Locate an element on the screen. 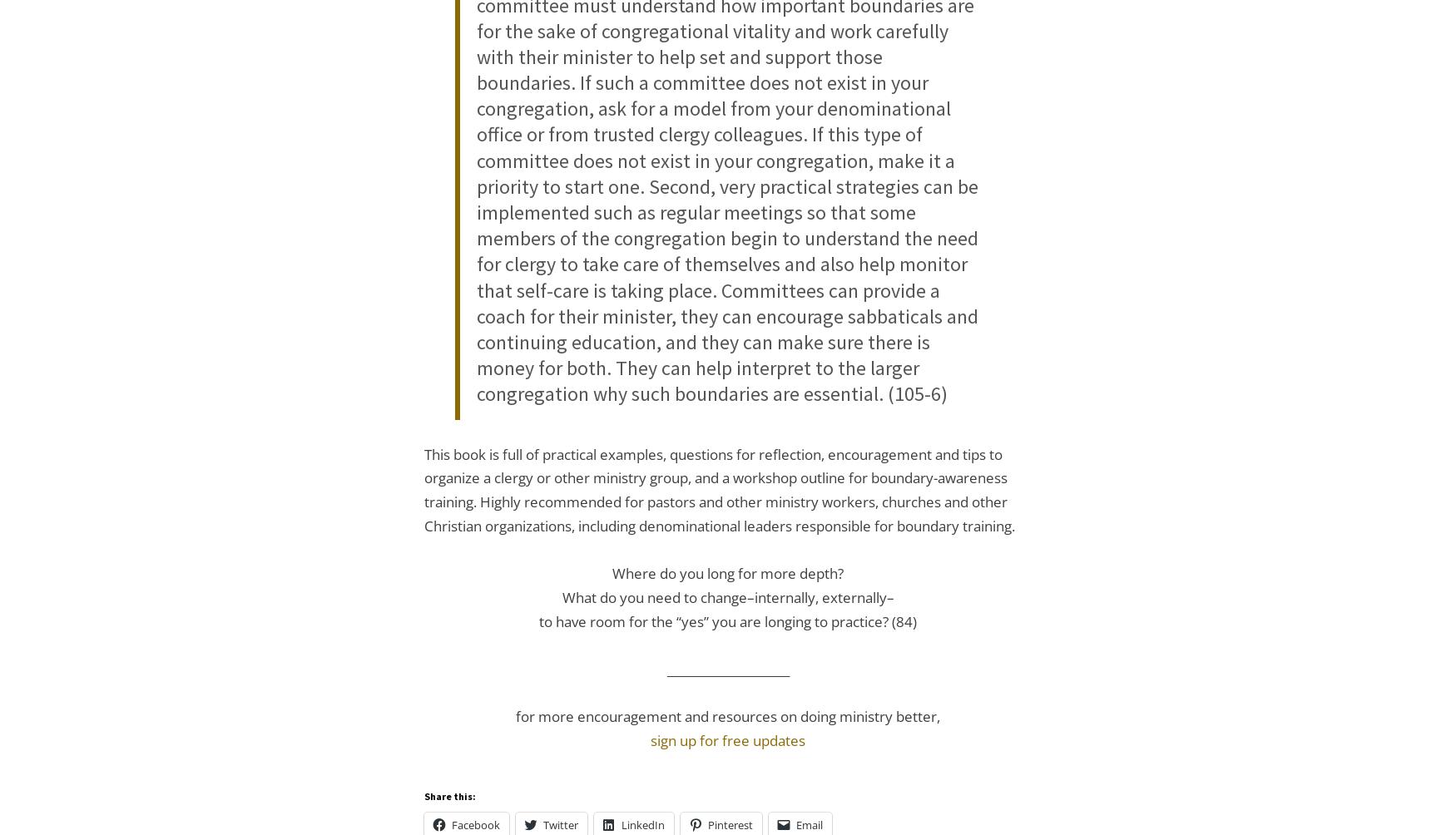  'Twitter' is located at coordinates (559, 823).